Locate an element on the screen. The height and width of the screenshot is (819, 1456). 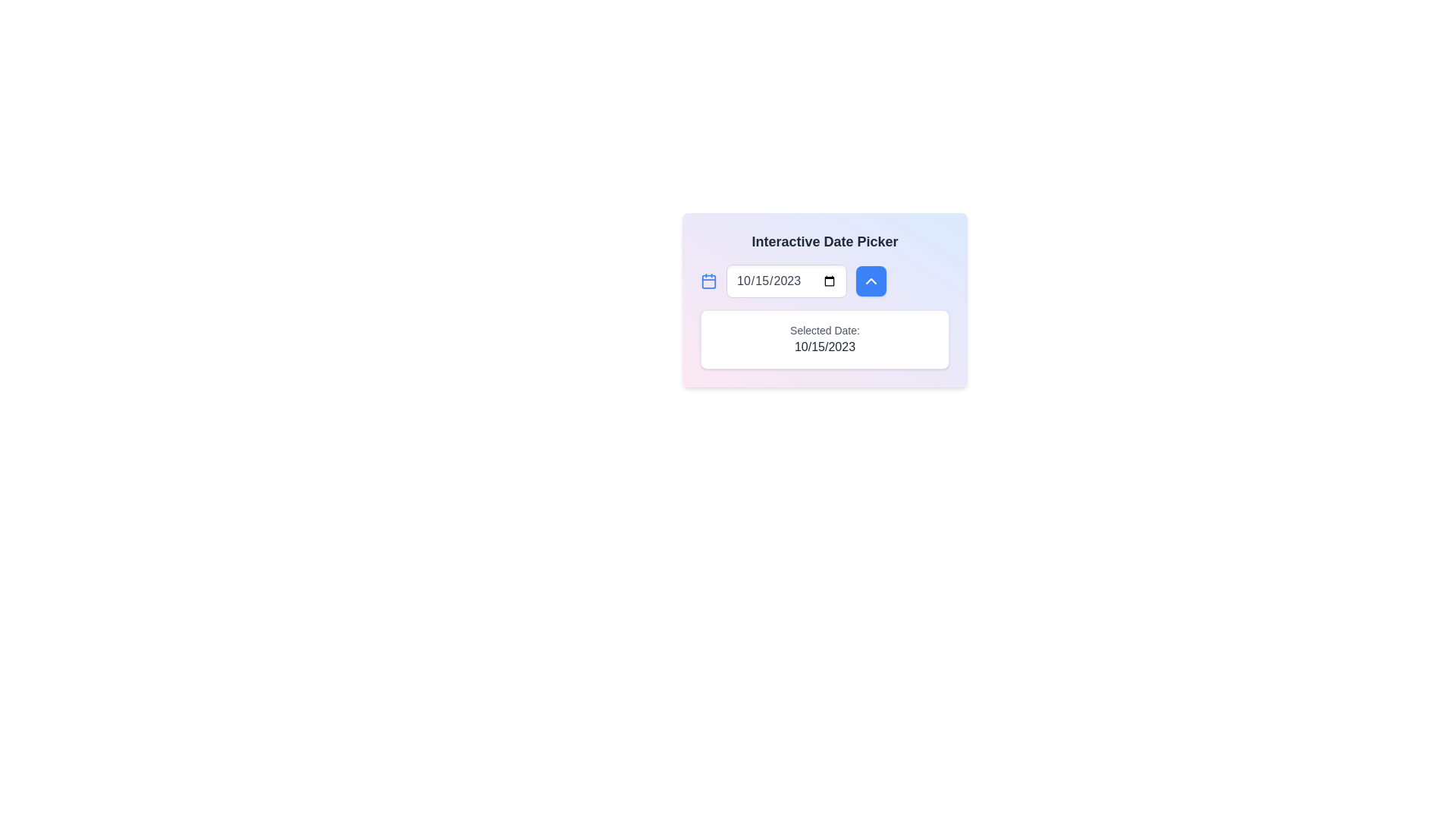
the date picker input field to focus on it for date entry or selection is located at coordinates (786, 281).